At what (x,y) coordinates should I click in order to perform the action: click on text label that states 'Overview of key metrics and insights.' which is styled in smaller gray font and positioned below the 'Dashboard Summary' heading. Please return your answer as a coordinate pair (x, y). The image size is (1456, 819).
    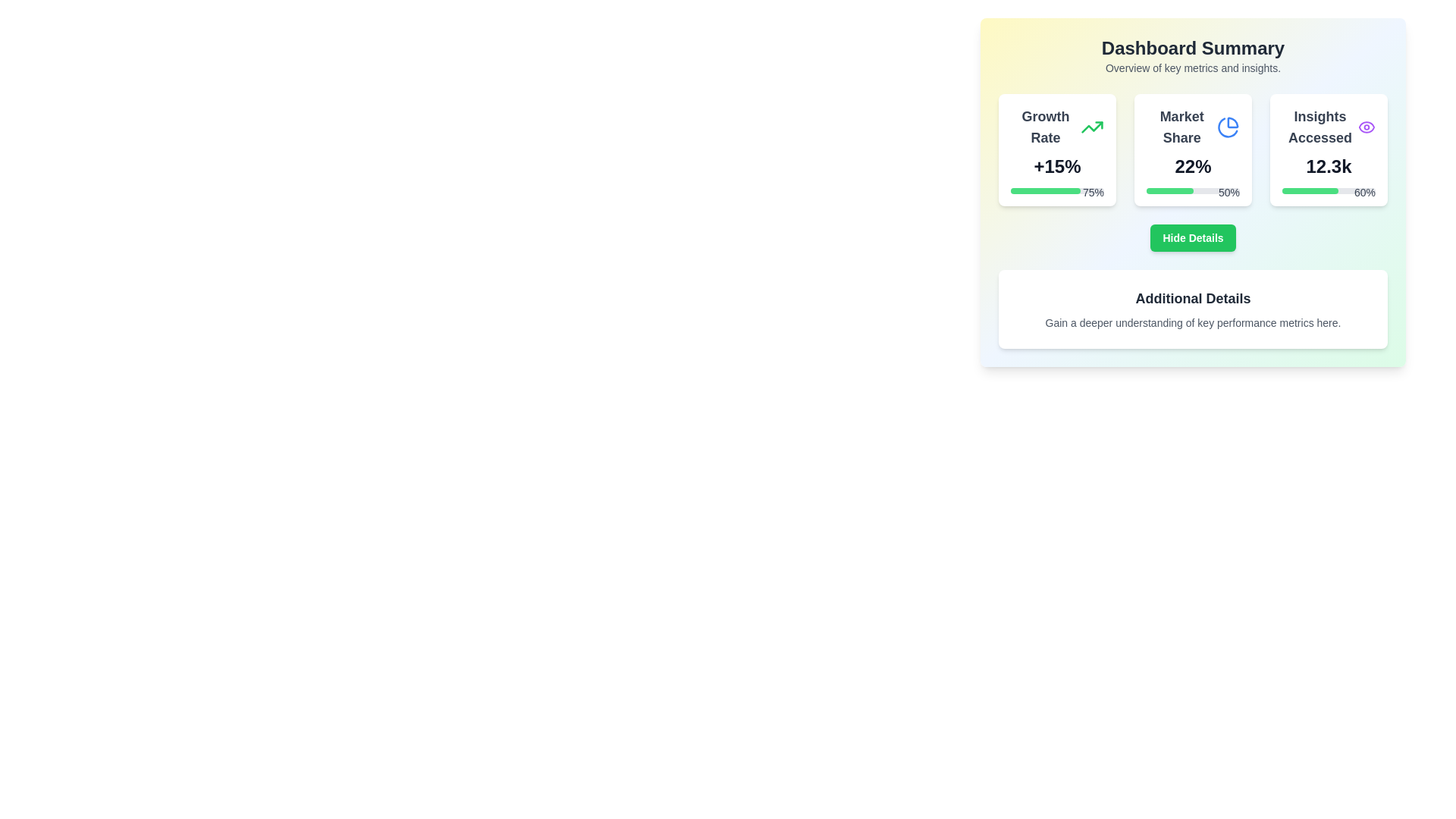
    Looking at the image, I should click on (1192, 67).